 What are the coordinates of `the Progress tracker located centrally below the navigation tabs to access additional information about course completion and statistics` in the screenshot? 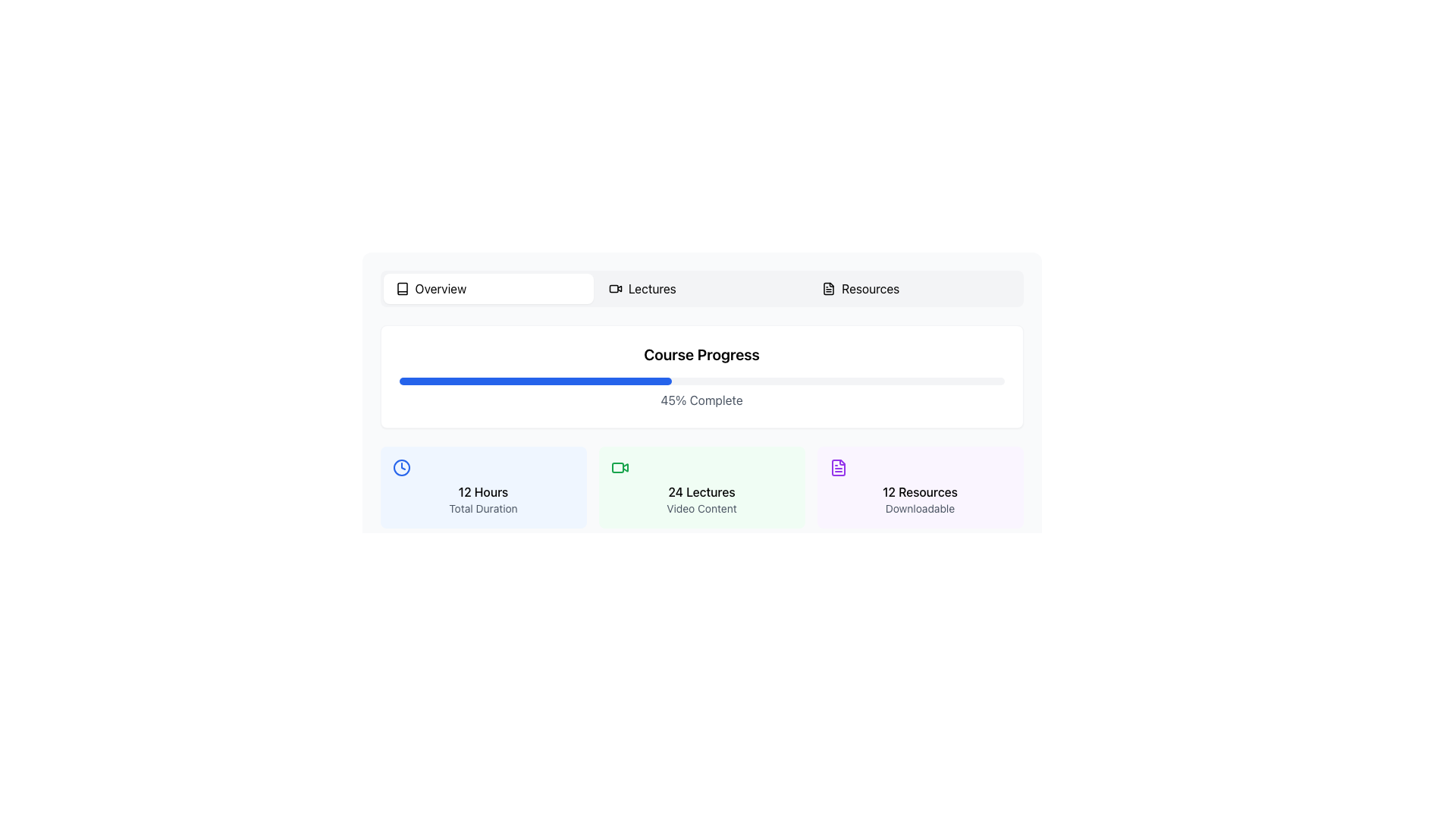 It's located at (701, 427).